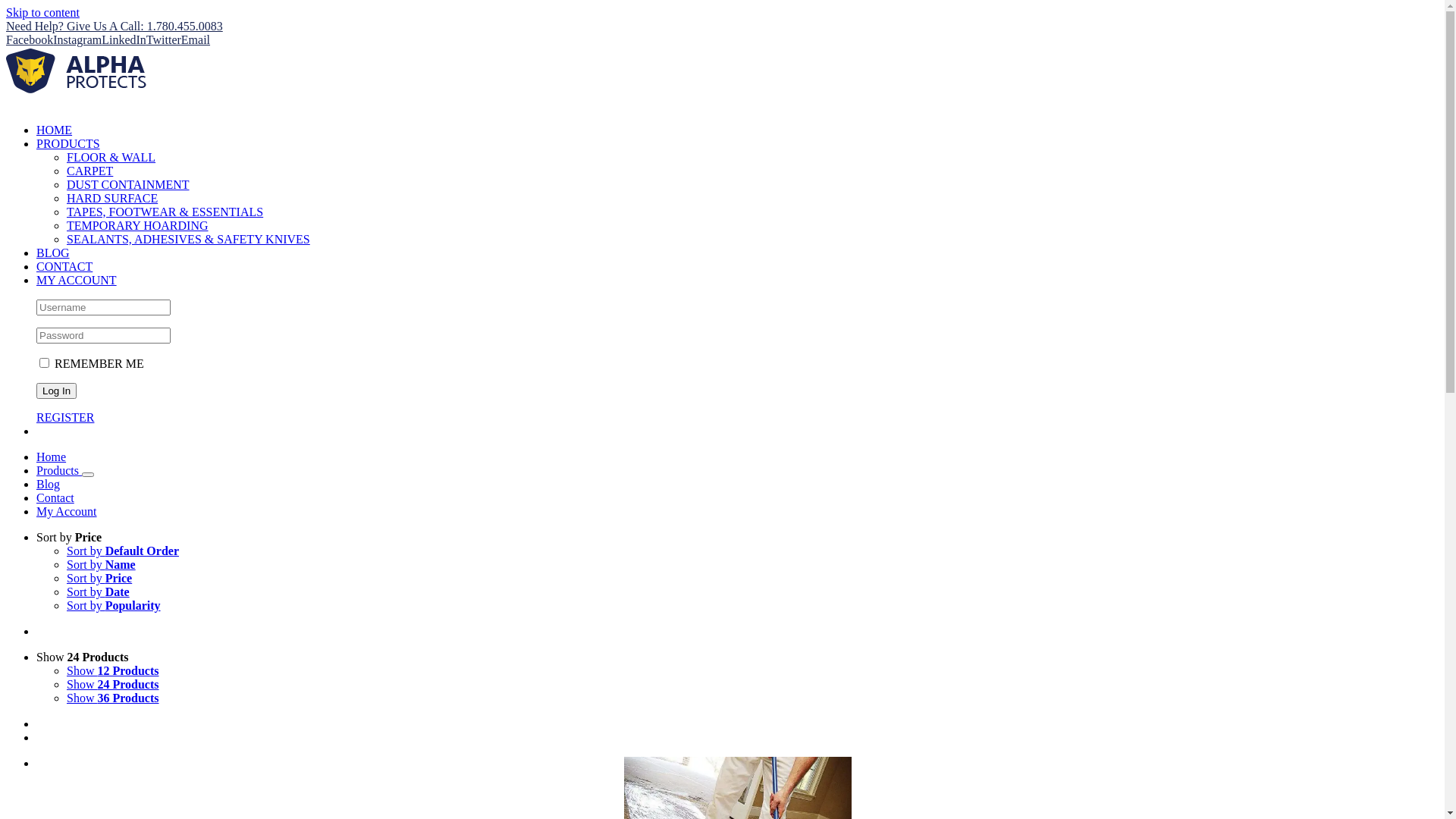  I want to click on 'Show 24 Products', so click(82, 656).